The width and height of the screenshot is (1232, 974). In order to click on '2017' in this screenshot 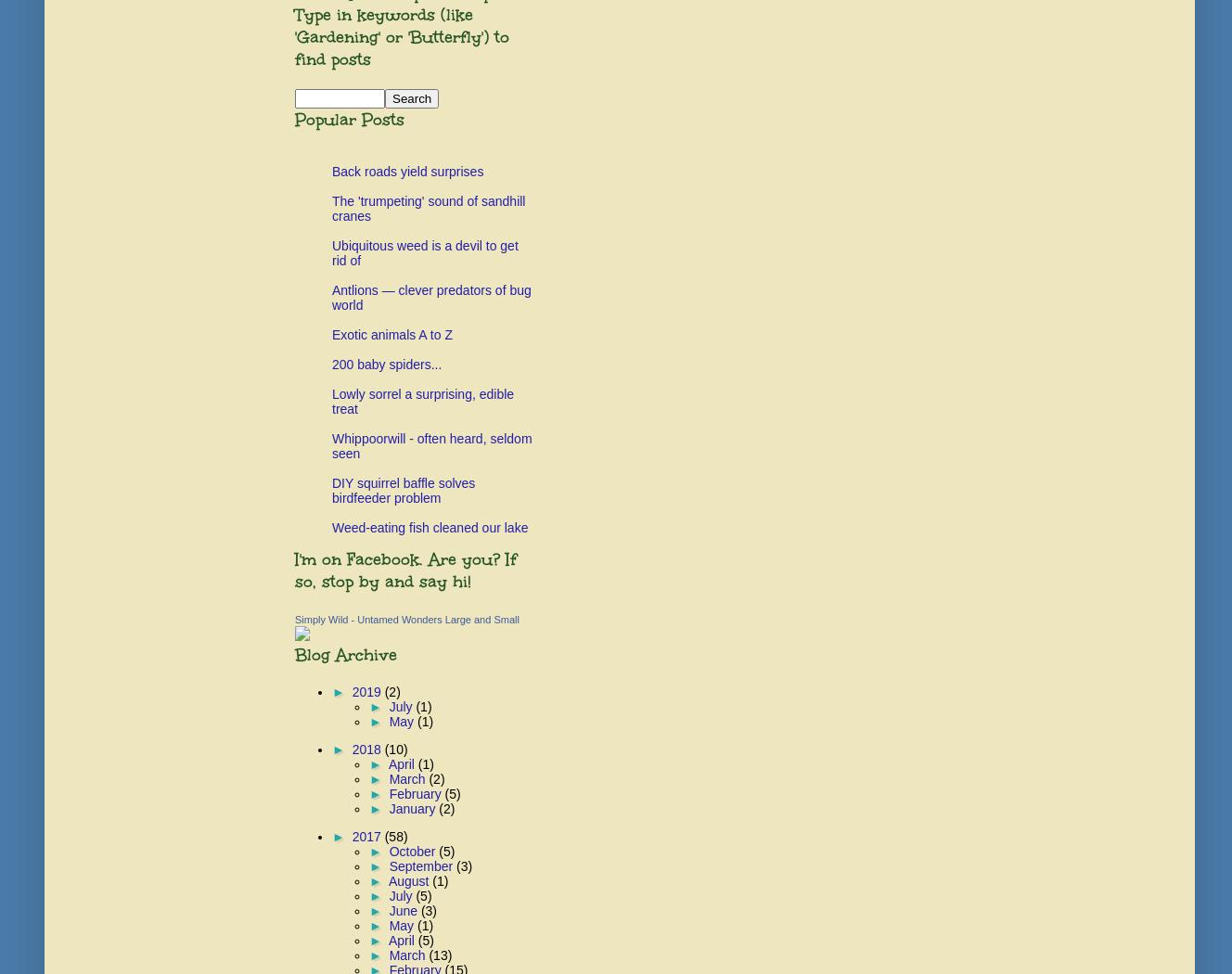, I will do `click(351, 836)`.